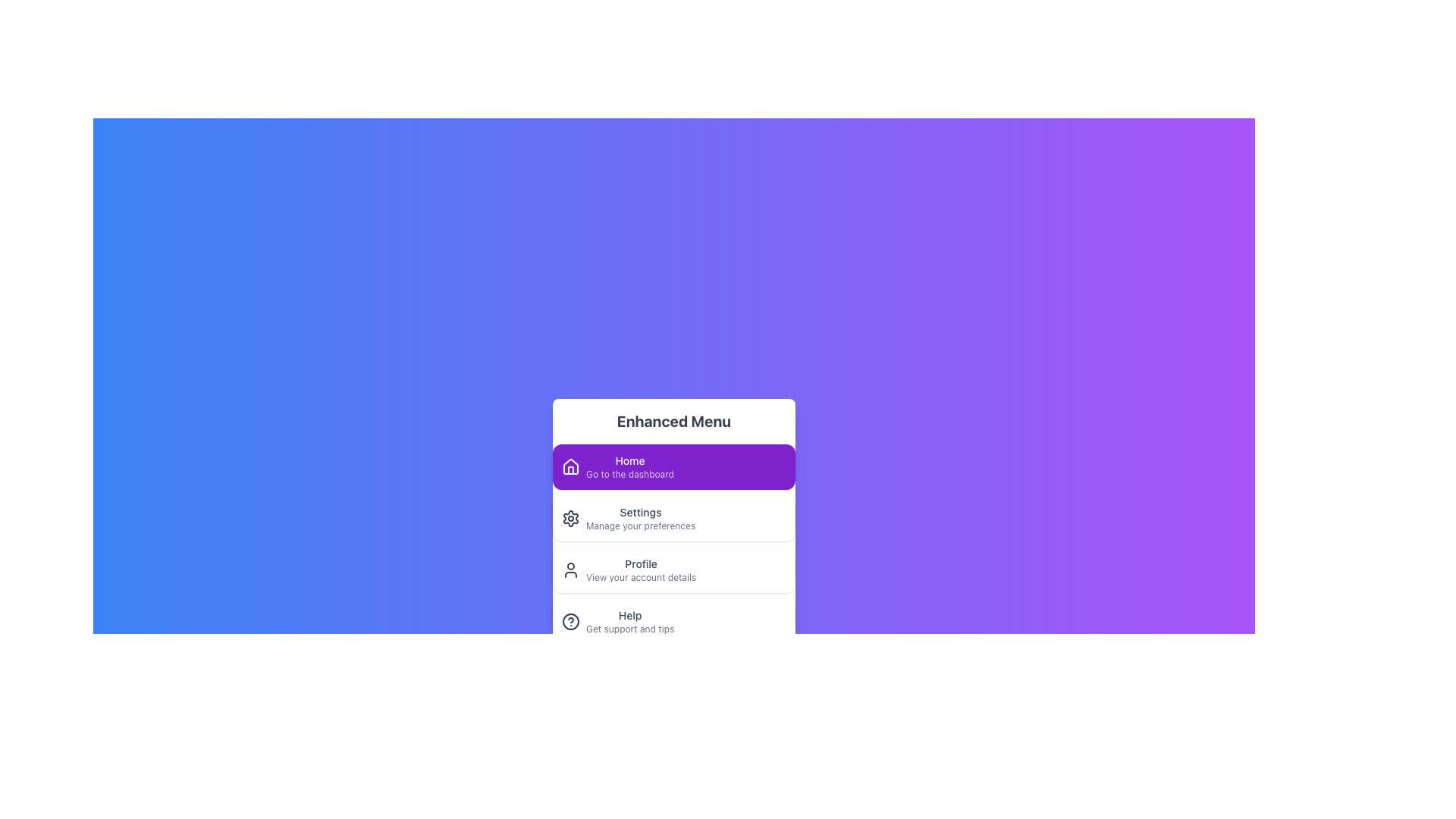 This screenshot has height=819, width=1456. What do you see at coordinates (629, 473) in the screenshot?
I see `the descriptive text label that provides additional information about the 'Home' menu option, located below the 'Home' option in the menu list` at bounding box center [629, 473].